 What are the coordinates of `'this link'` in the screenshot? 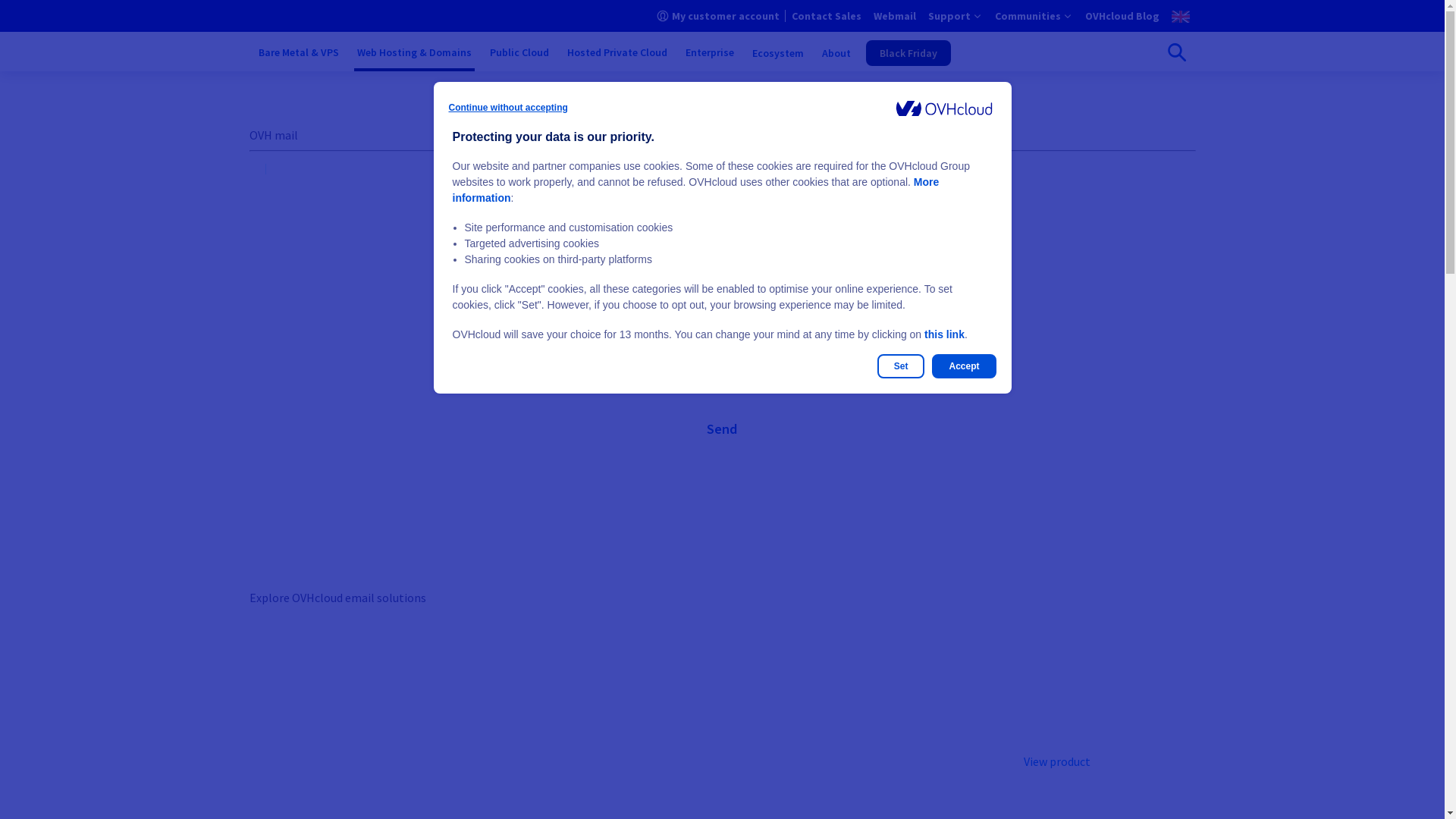 It's located at (943, 333).